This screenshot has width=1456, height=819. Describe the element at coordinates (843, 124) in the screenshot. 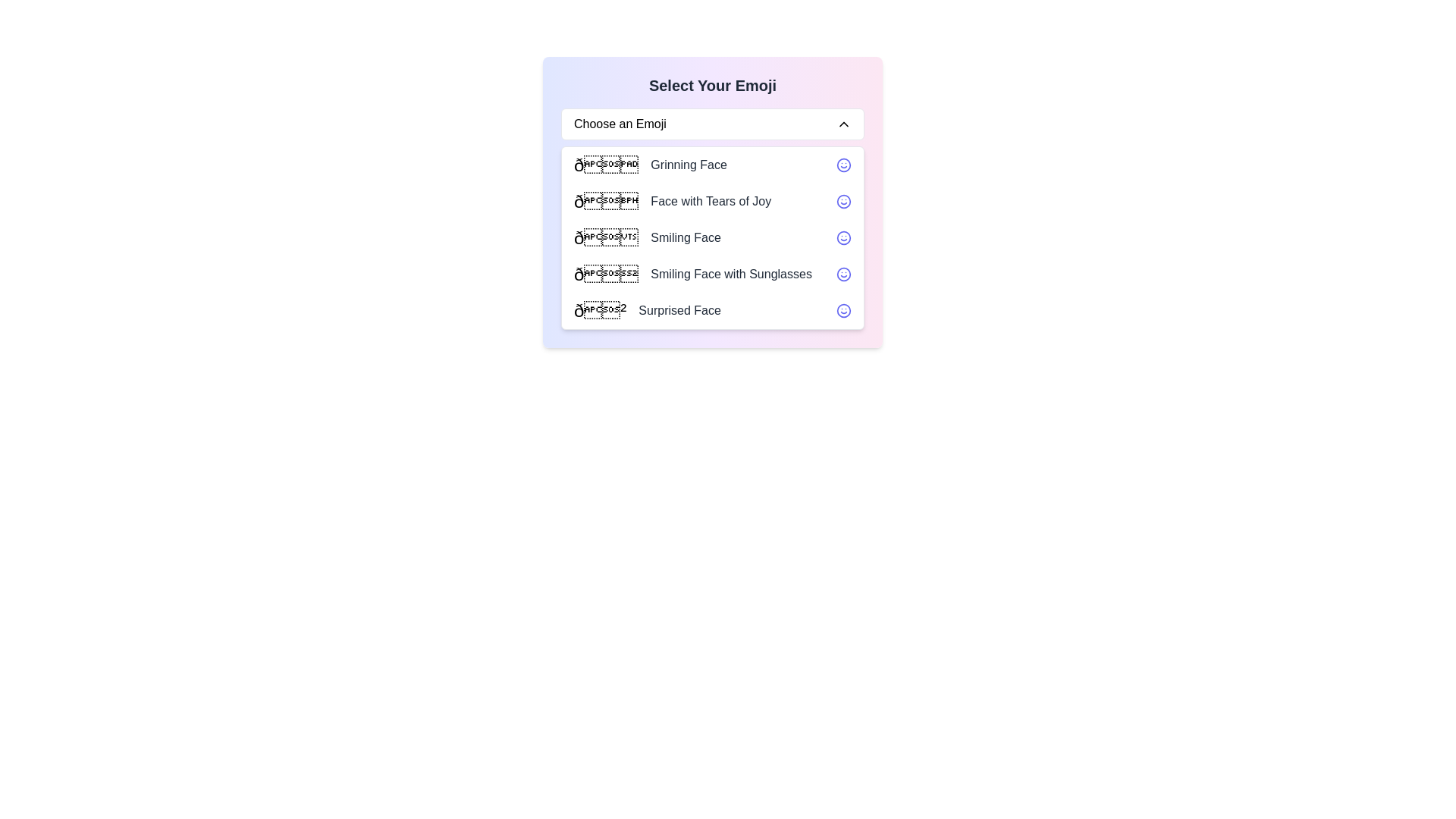

I see `the button located at the far right of the header bar that allows users` at that location.